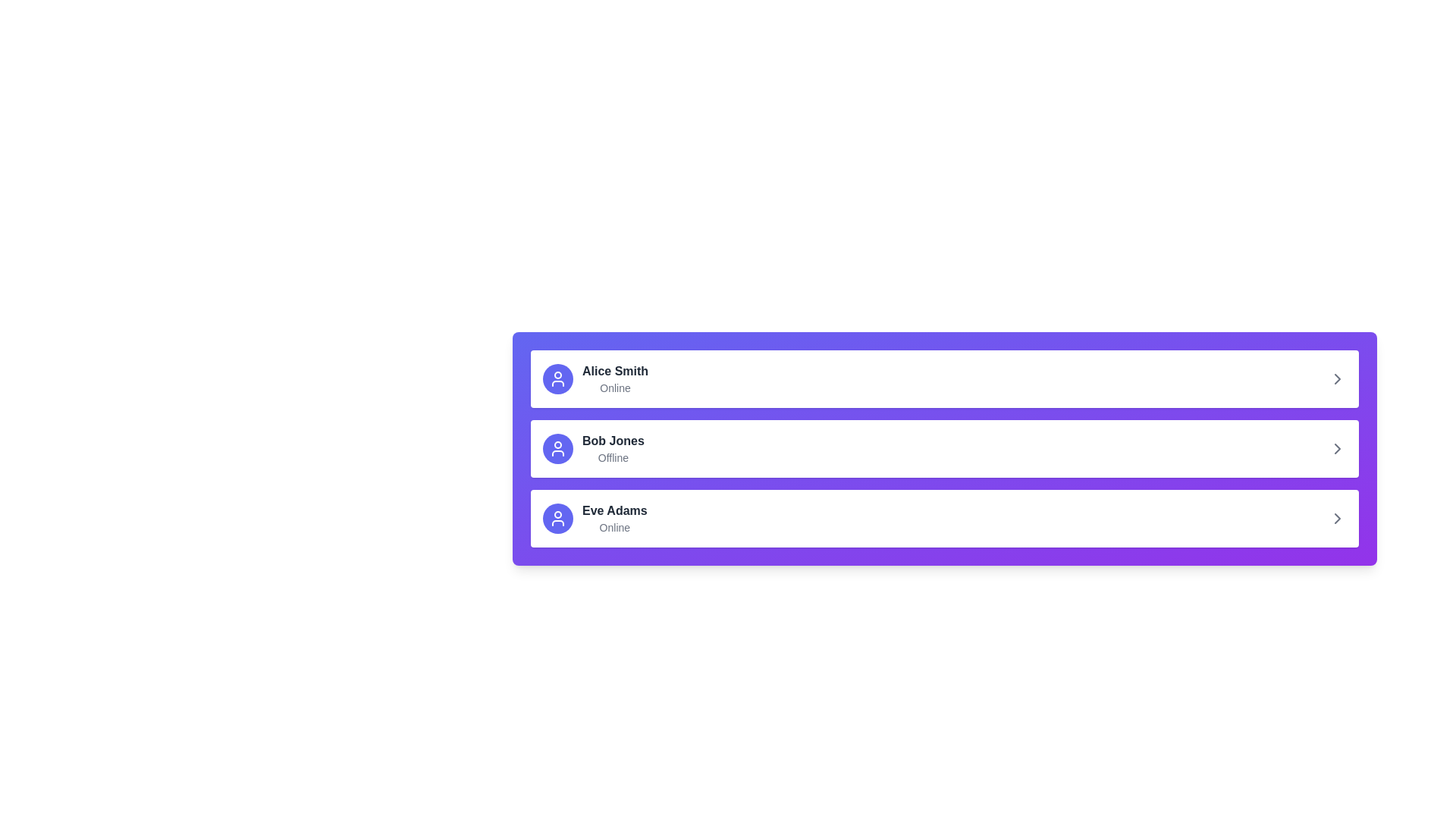  I want to click on text label displaying 'Online' located below the name 'Eve Adams' in a small, gray font, so click(614, 526).